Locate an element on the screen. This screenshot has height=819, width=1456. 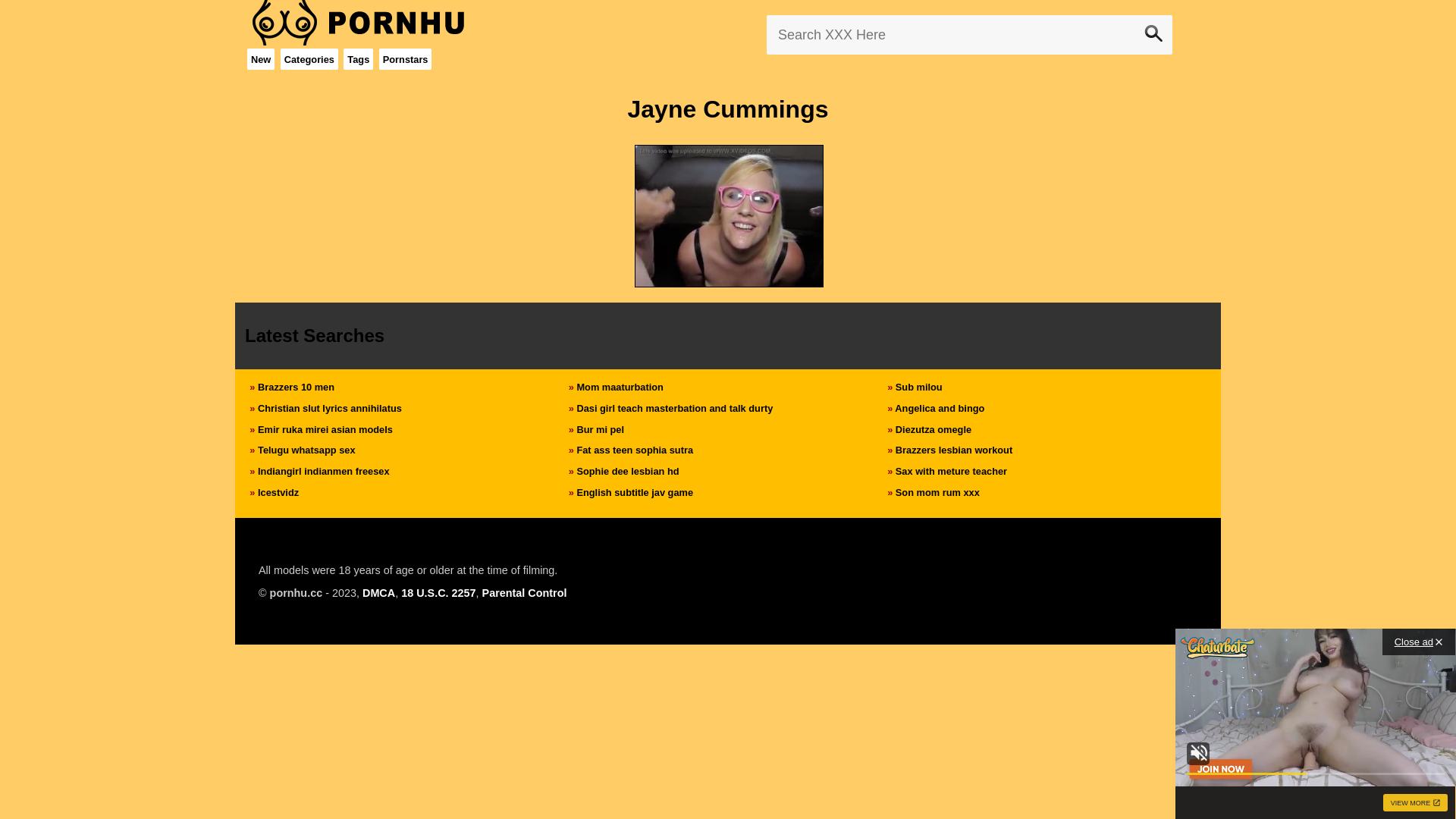
'Indiangirl indianmen freesex' is located at coordinates (323, 470).